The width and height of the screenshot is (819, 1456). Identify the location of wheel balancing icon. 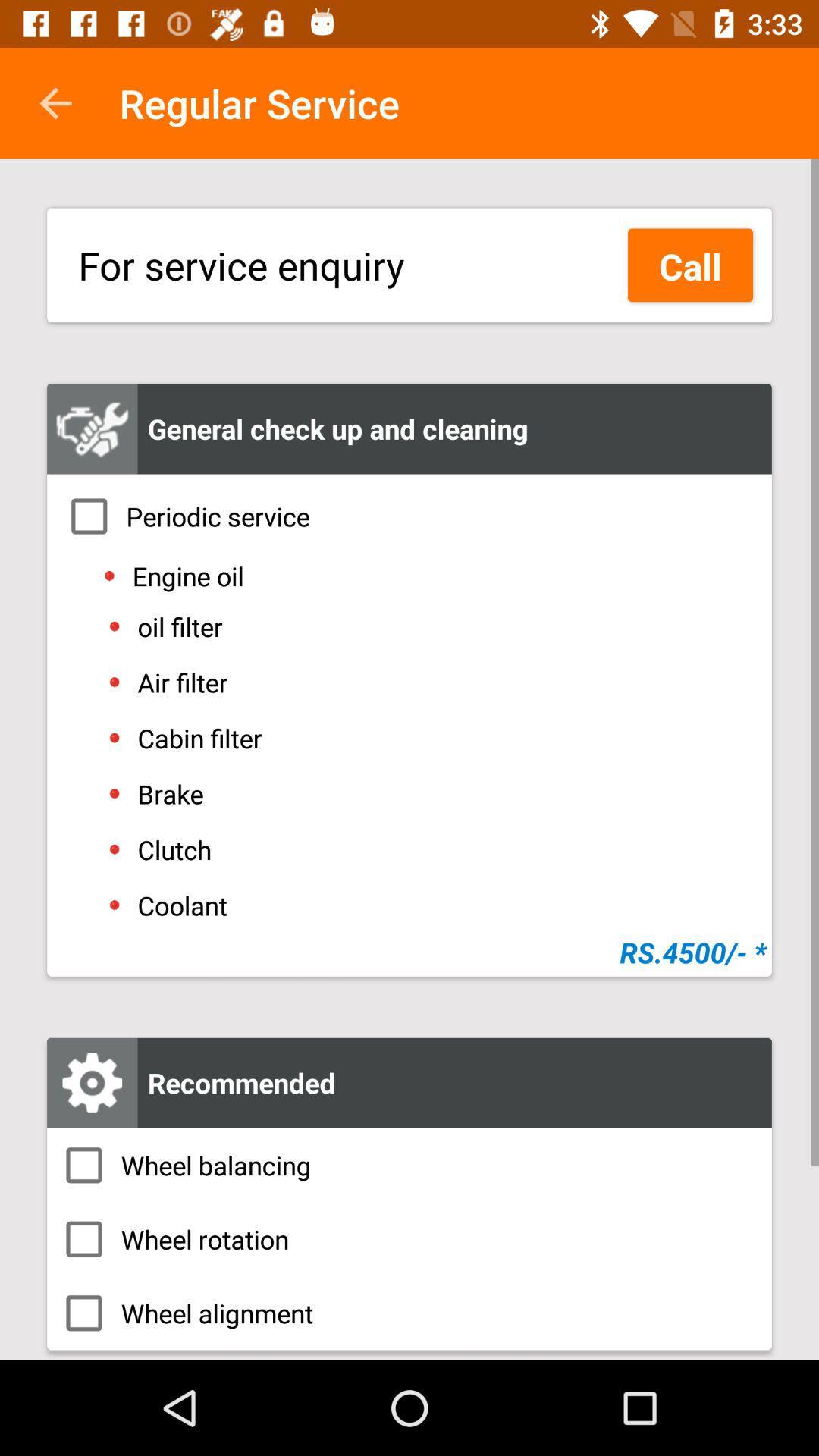
(409, 1164).